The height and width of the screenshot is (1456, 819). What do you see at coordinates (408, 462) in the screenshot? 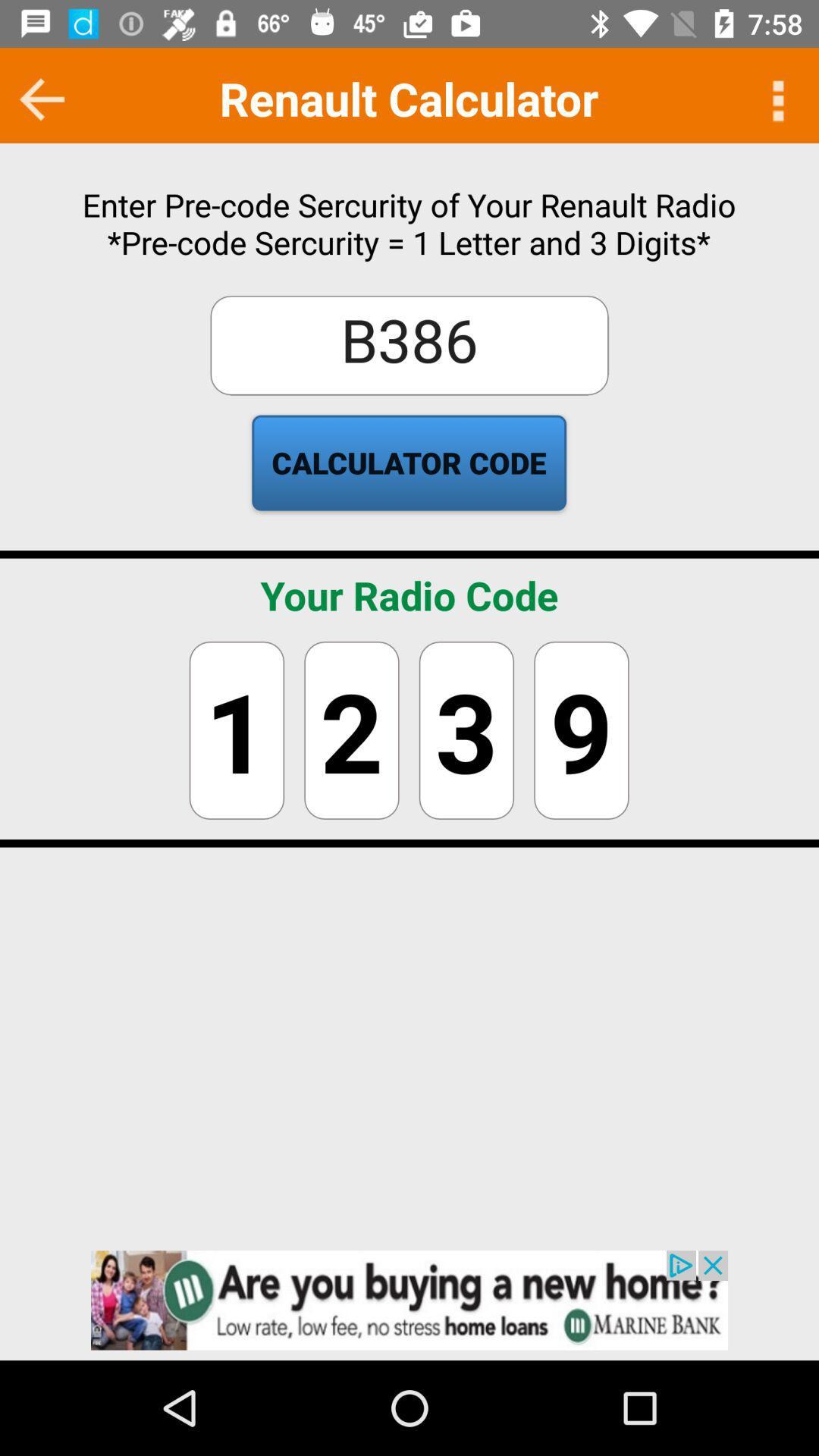
I see `text below b386` at bounding box center [408, 462].